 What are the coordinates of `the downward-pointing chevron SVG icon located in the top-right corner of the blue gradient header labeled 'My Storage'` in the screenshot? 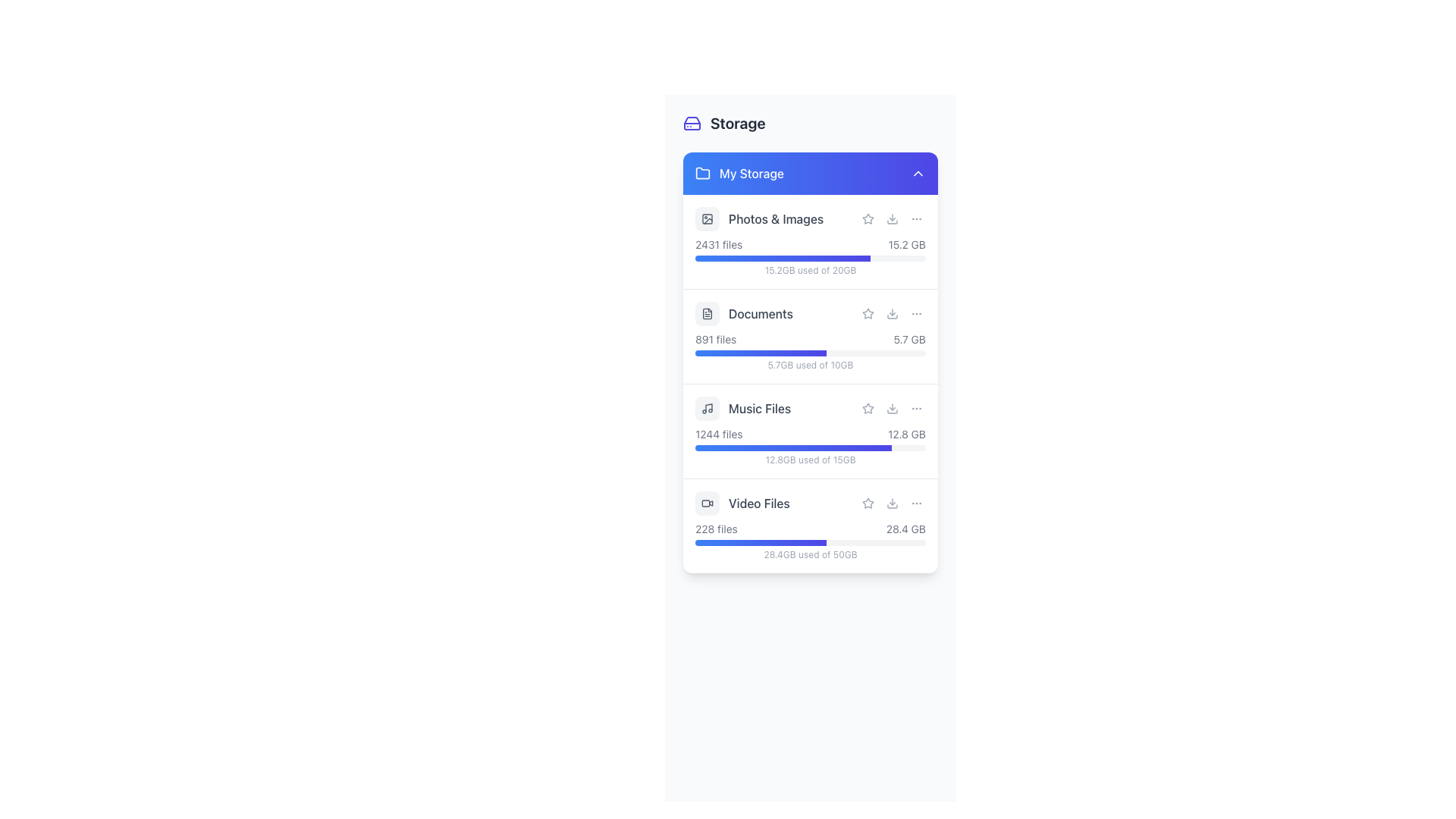 It's located at (917, 172).